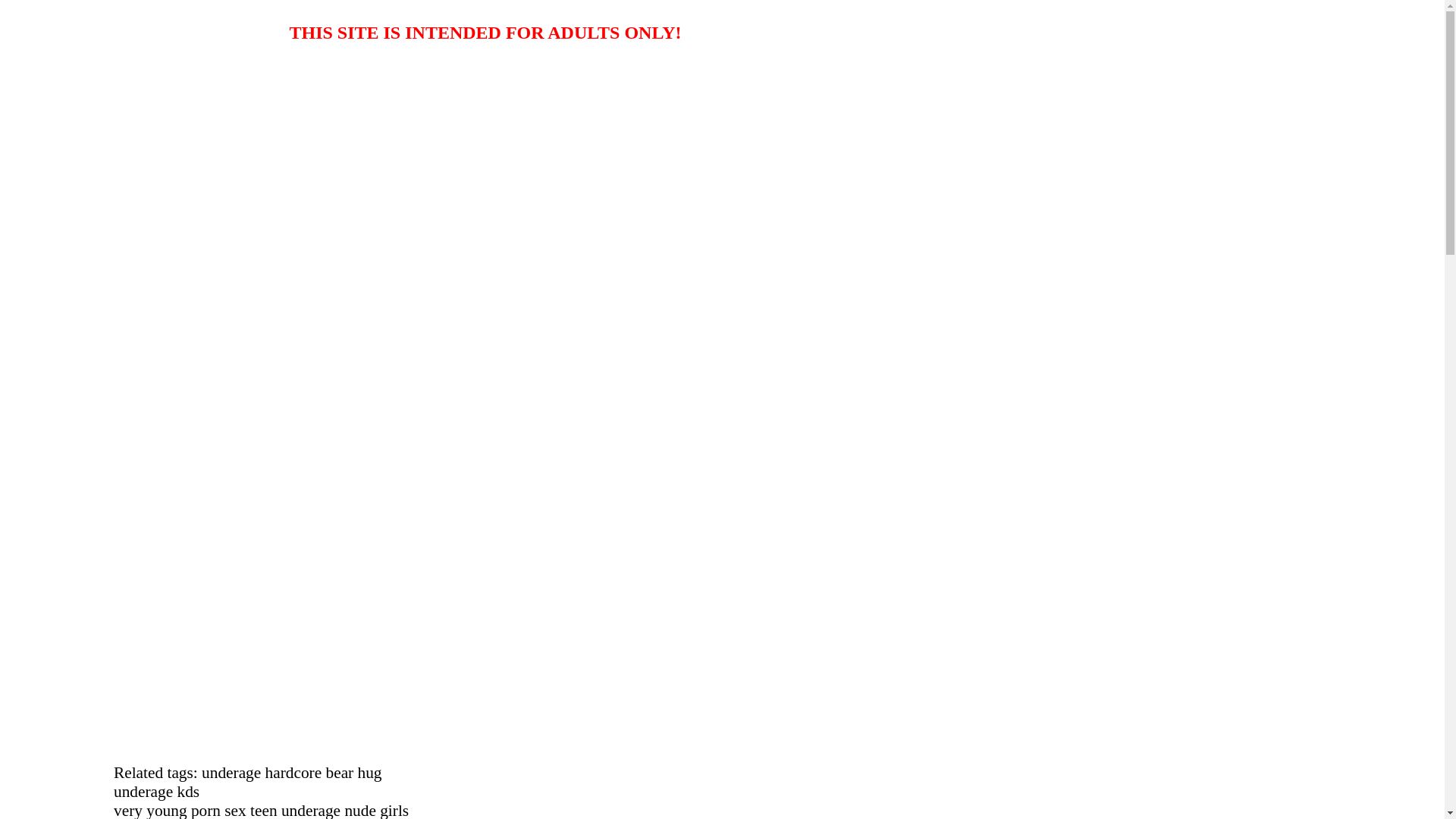 This screenshot has height=819, width=1456. Describe the element at coordinates (25, 196) in the screenshot. I see `'Pagetop'` at that location.